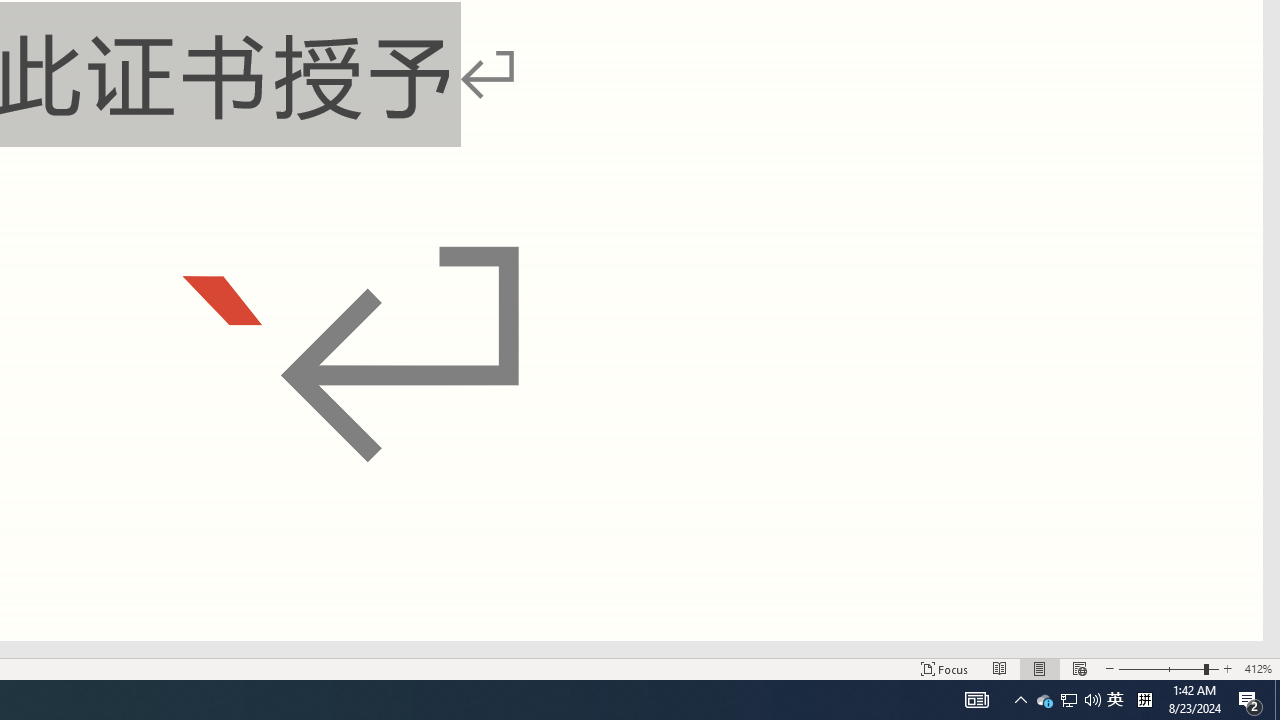 This screenshot has width=1280, height=720. I want to click on 'Tray Input Indicator - Chinese (Simplified, China)', so click(1144, 698).